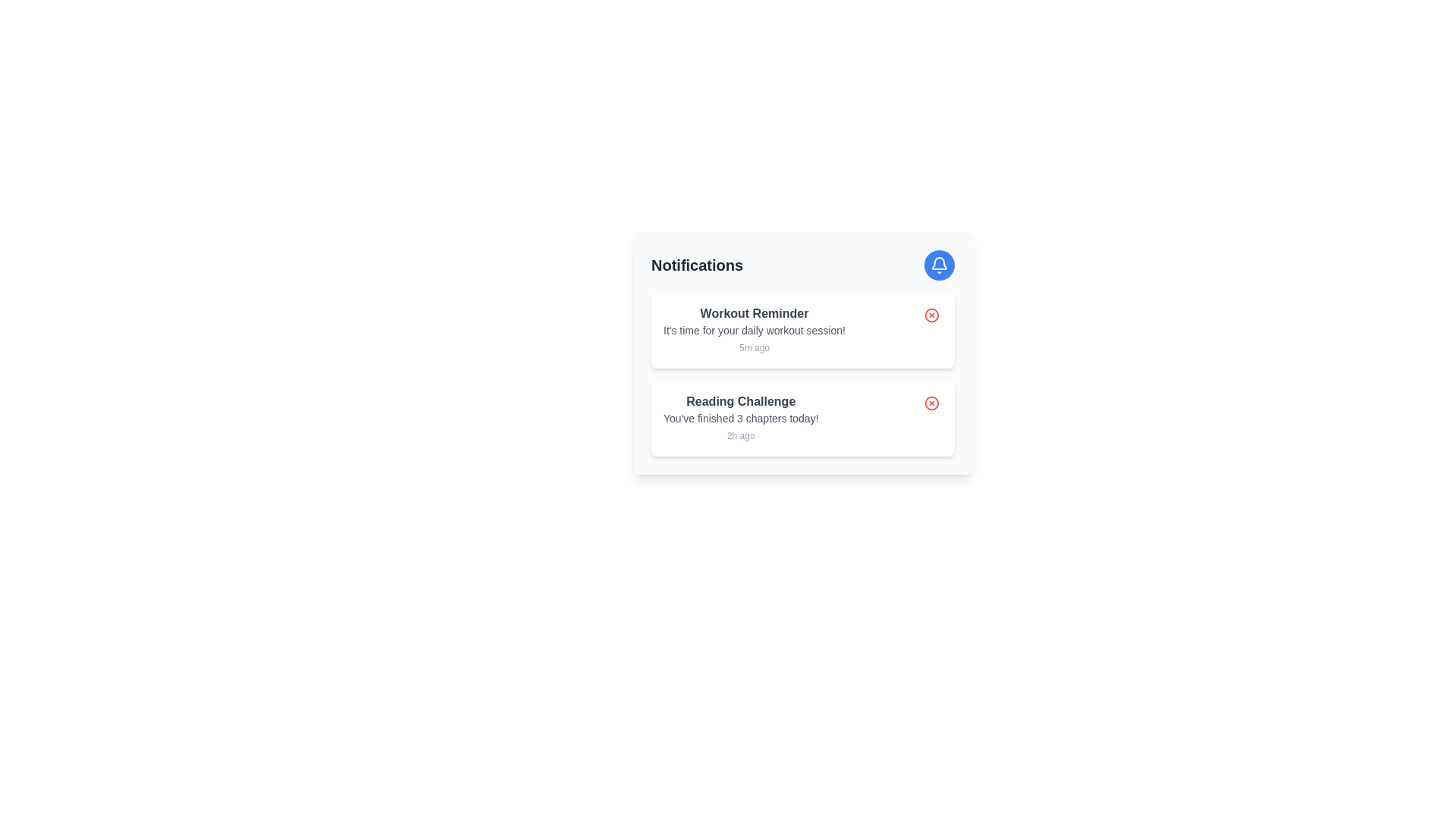 This screenshot has height=819, width=1456. What do you see at coordinates (930, 315) in the screenshot?
I see `the button in the top-right corner of the 'Workout Reminder' notification card` at bounding box center [930, 315].